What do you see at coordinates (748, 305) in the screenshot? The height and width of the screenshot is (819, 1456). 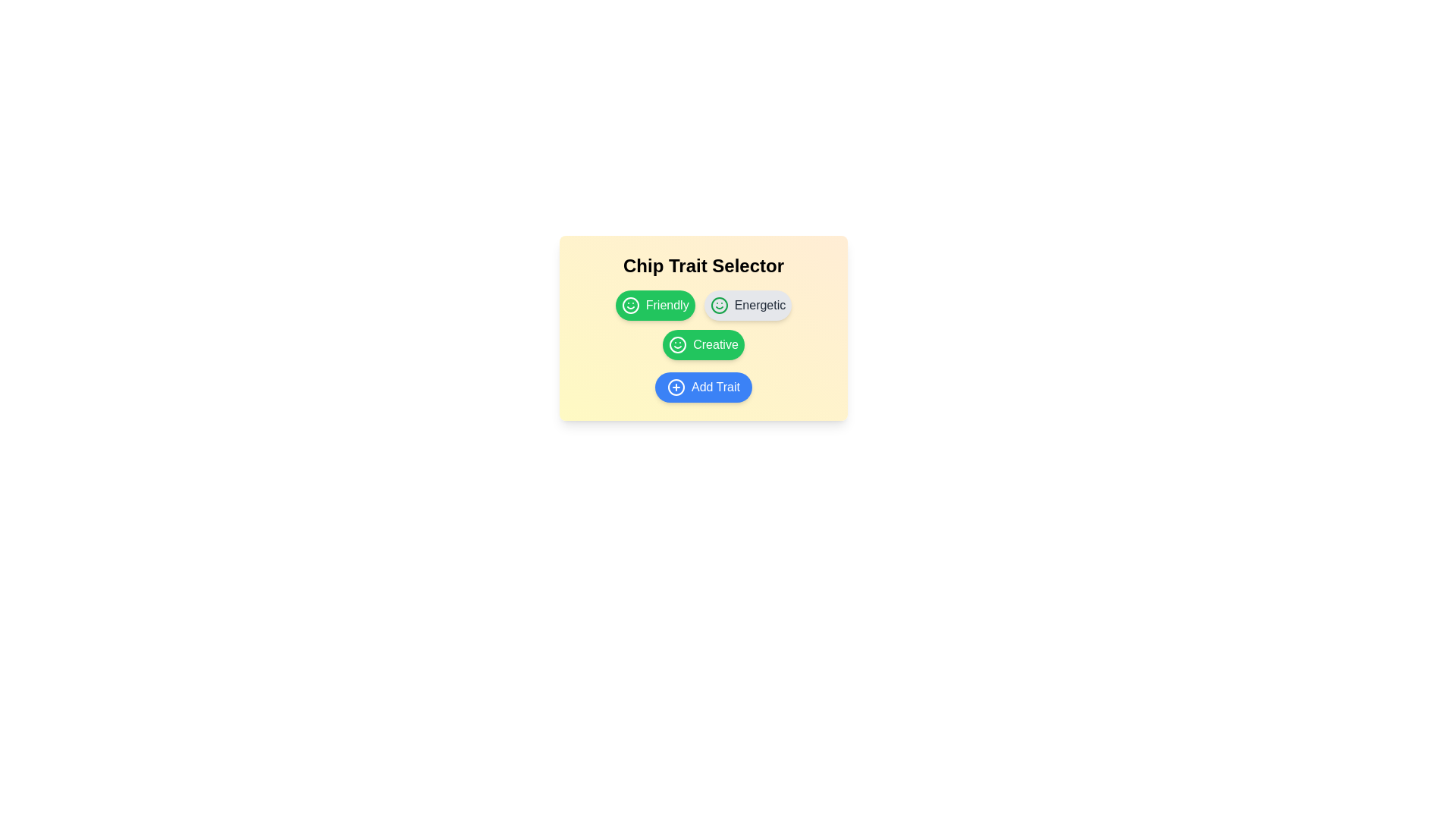 I see `the chip labeled Energetic to observe its hover effect` at bounding box center [748, 305].